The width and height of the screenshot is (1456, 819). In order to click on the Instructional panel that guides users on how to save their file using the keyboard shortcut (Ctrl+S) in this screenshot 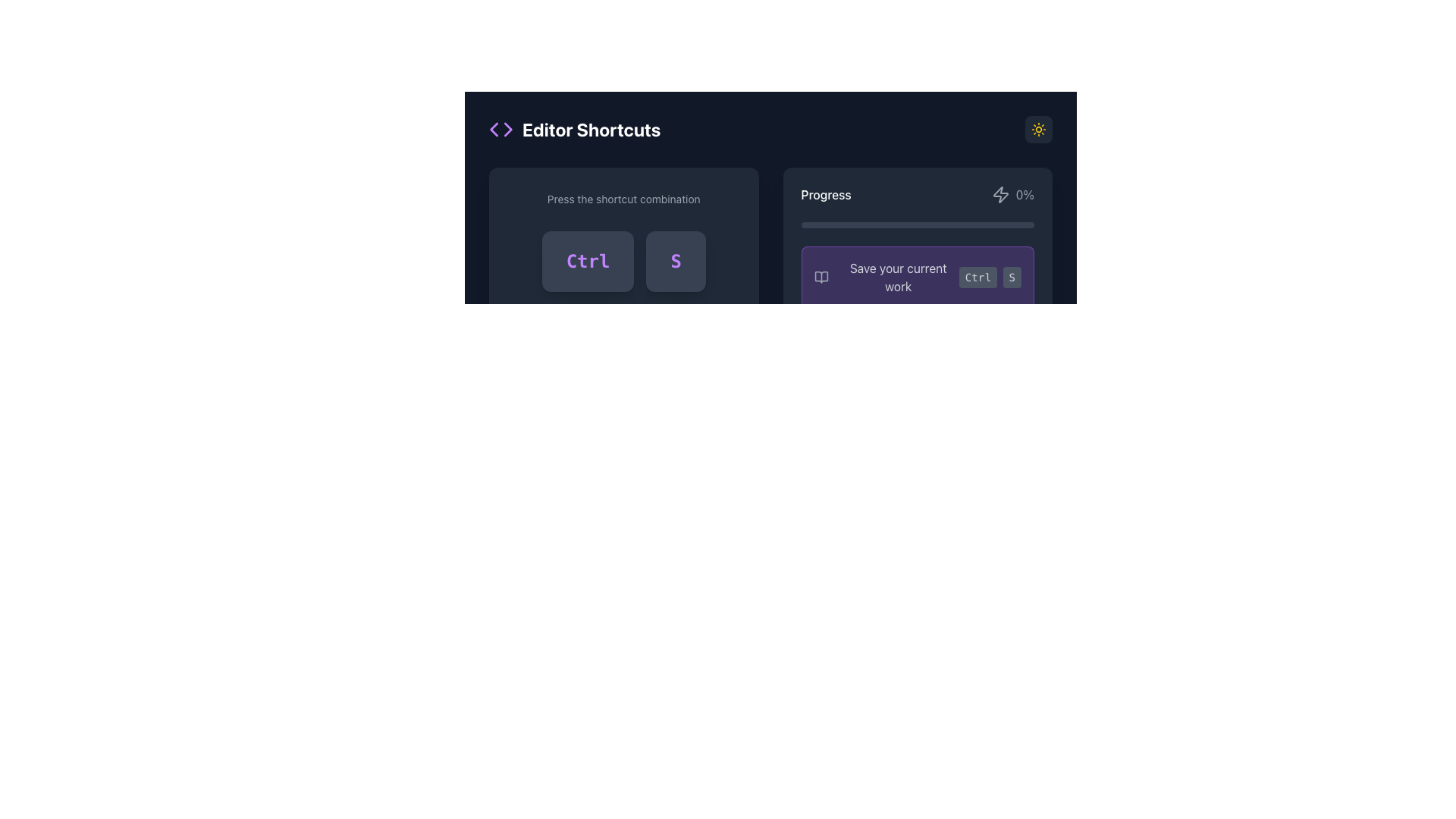, I will do `click(623, 337)`.